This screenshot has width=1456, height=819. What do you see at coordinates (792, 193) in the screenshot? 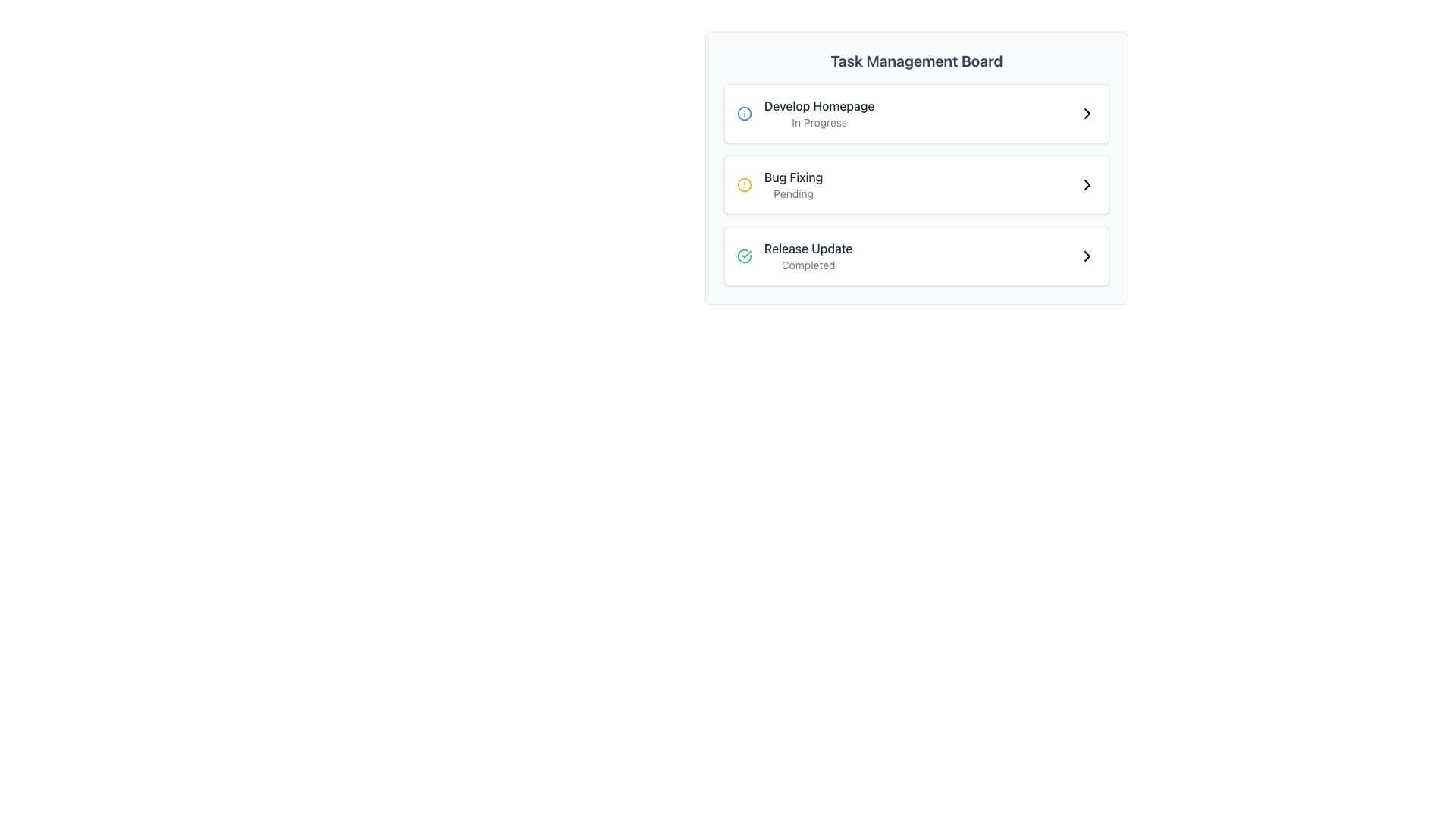
I see `the status indicator text label that shows 'Bug Fixing' is currently pending, located in the third row of the 'Task Management Board' beneath the 'Bug Fixing' label` at bounding box center [792, 193].